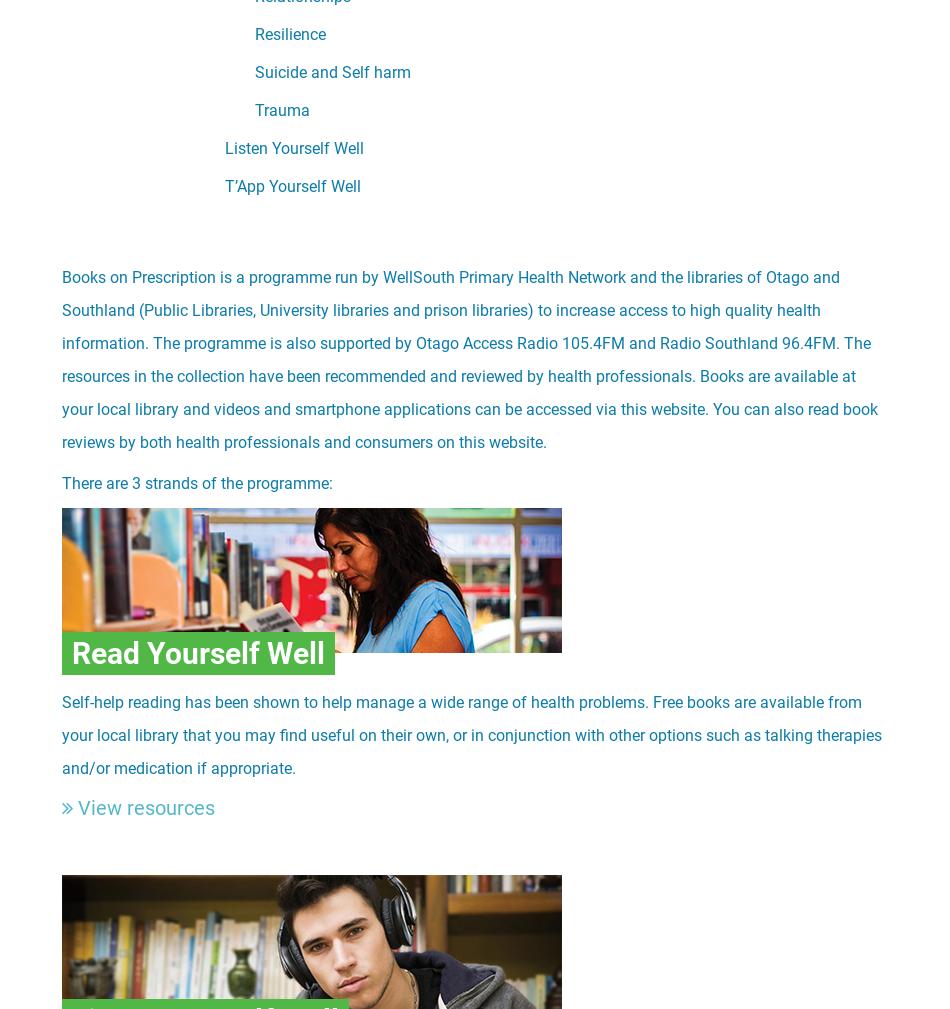 The width and height of the screenshot is (950, 1009). I want to click on 'Listen Yourself Well', so click(293, 147).